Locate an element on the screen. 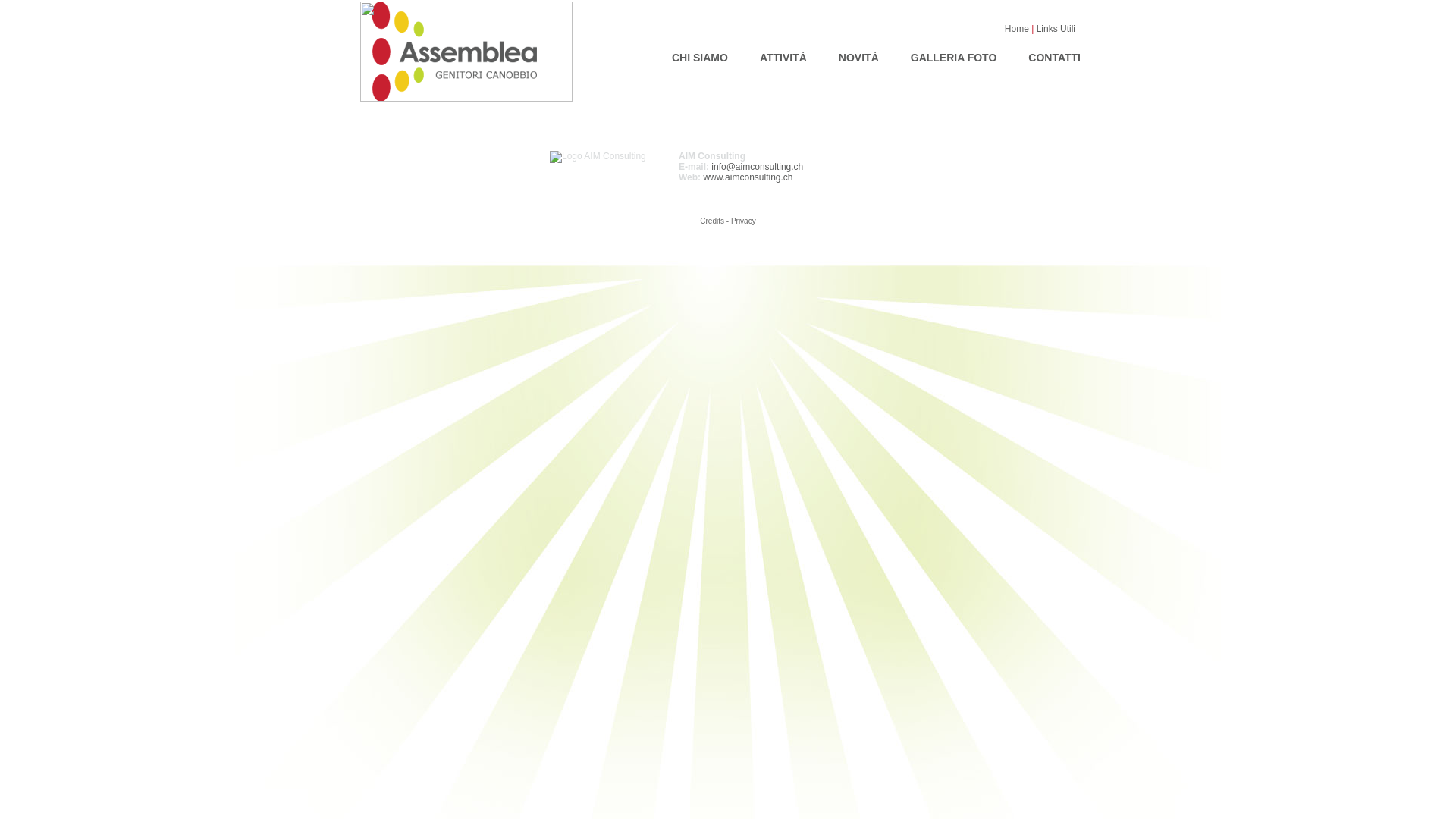 This screenshot has height=819, width=1456. 'Privacy' is located at coordinates (743, 221).